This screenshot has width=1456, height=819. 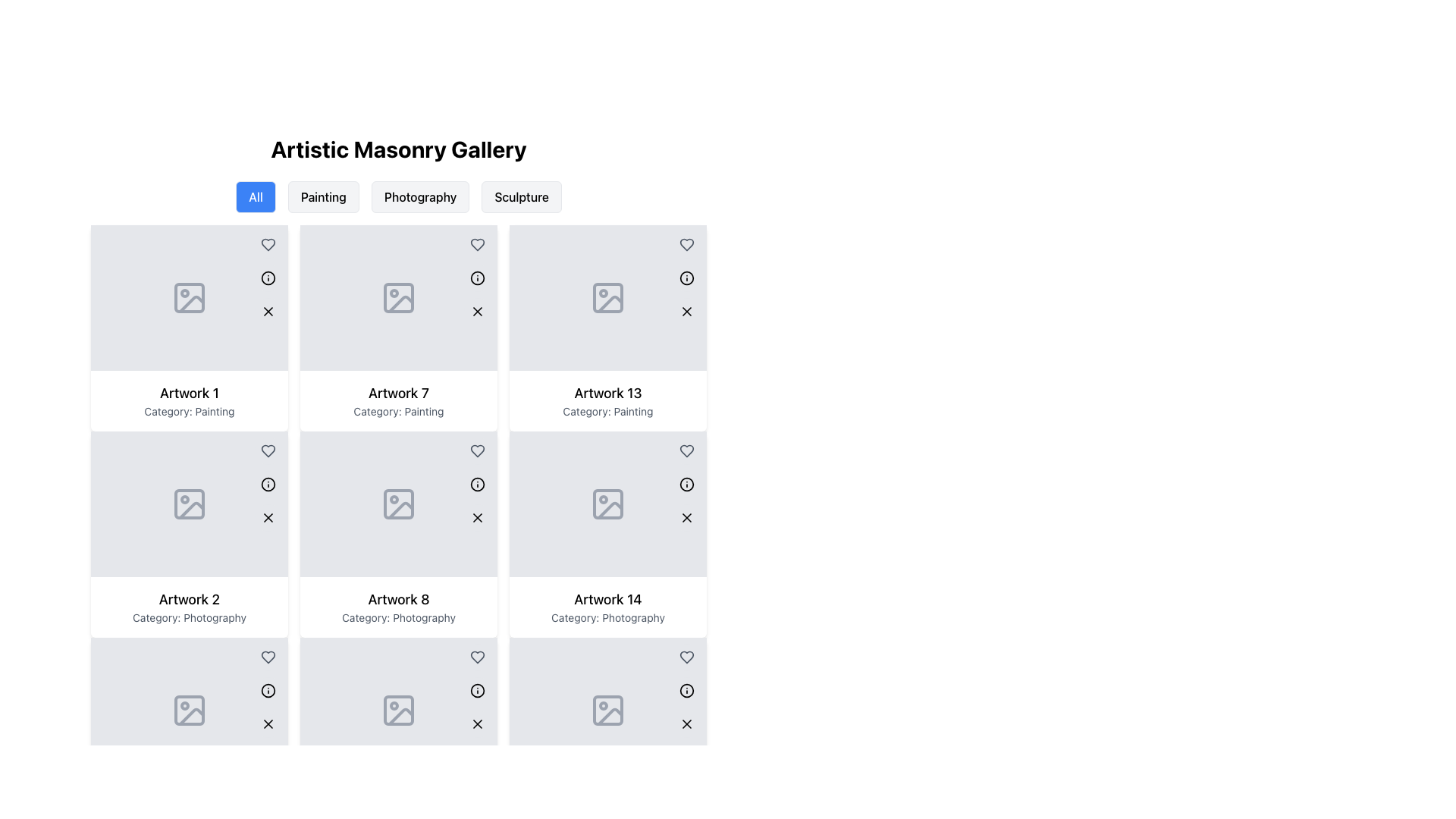 What do you see at coordinates (607, 412) in the screenshot?
I see `the text label that indicates the category of the artwork displayed in the card, which reads 'Painting', located at the bottom-right of the card for 'Artwork 13'` at bounding box center [607, 412].